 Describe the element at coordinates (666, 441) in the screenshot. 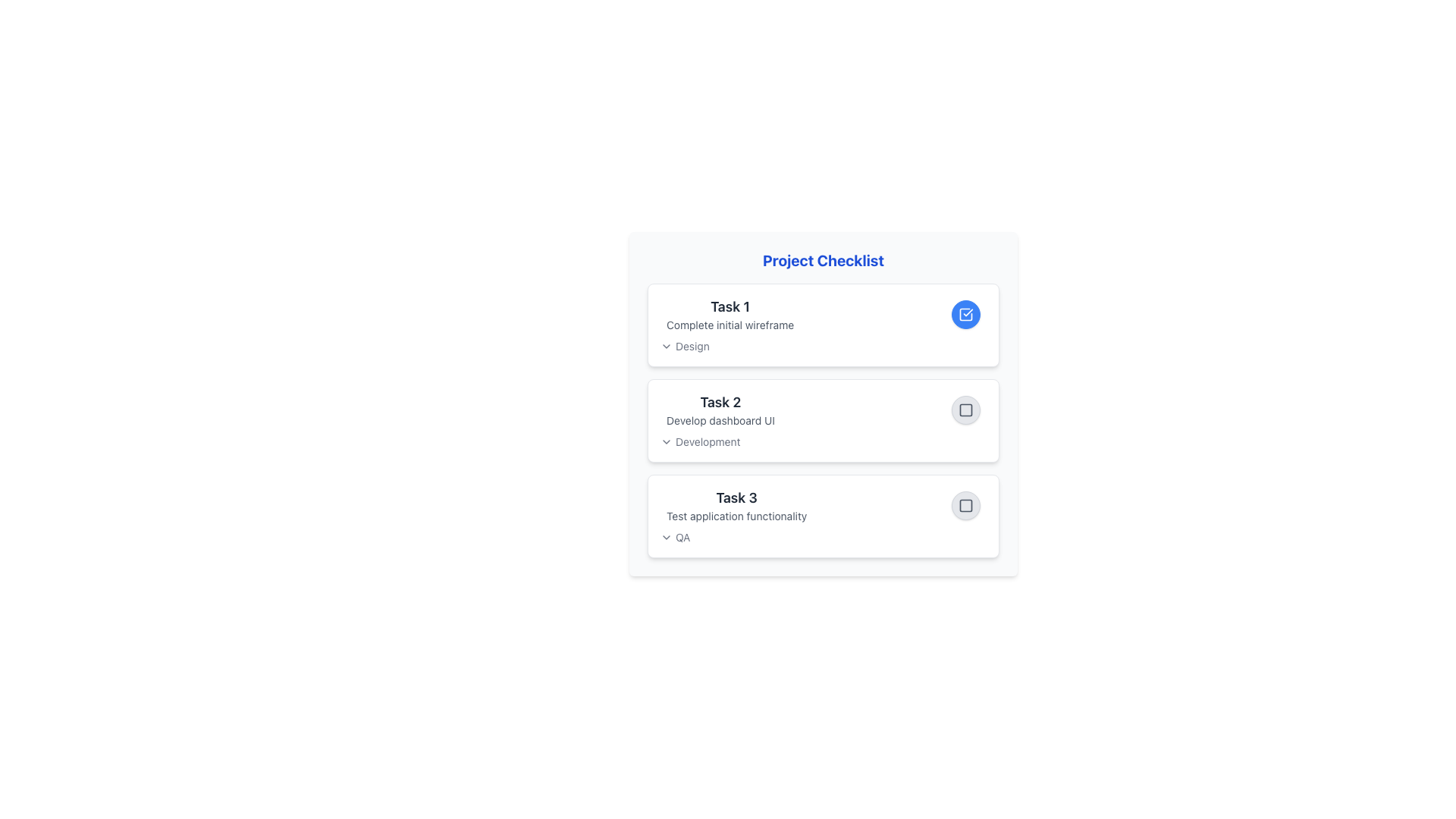

I see `the Chevron Icon located to the left of the 'Development' text in the 'Task 2' section` at that location.